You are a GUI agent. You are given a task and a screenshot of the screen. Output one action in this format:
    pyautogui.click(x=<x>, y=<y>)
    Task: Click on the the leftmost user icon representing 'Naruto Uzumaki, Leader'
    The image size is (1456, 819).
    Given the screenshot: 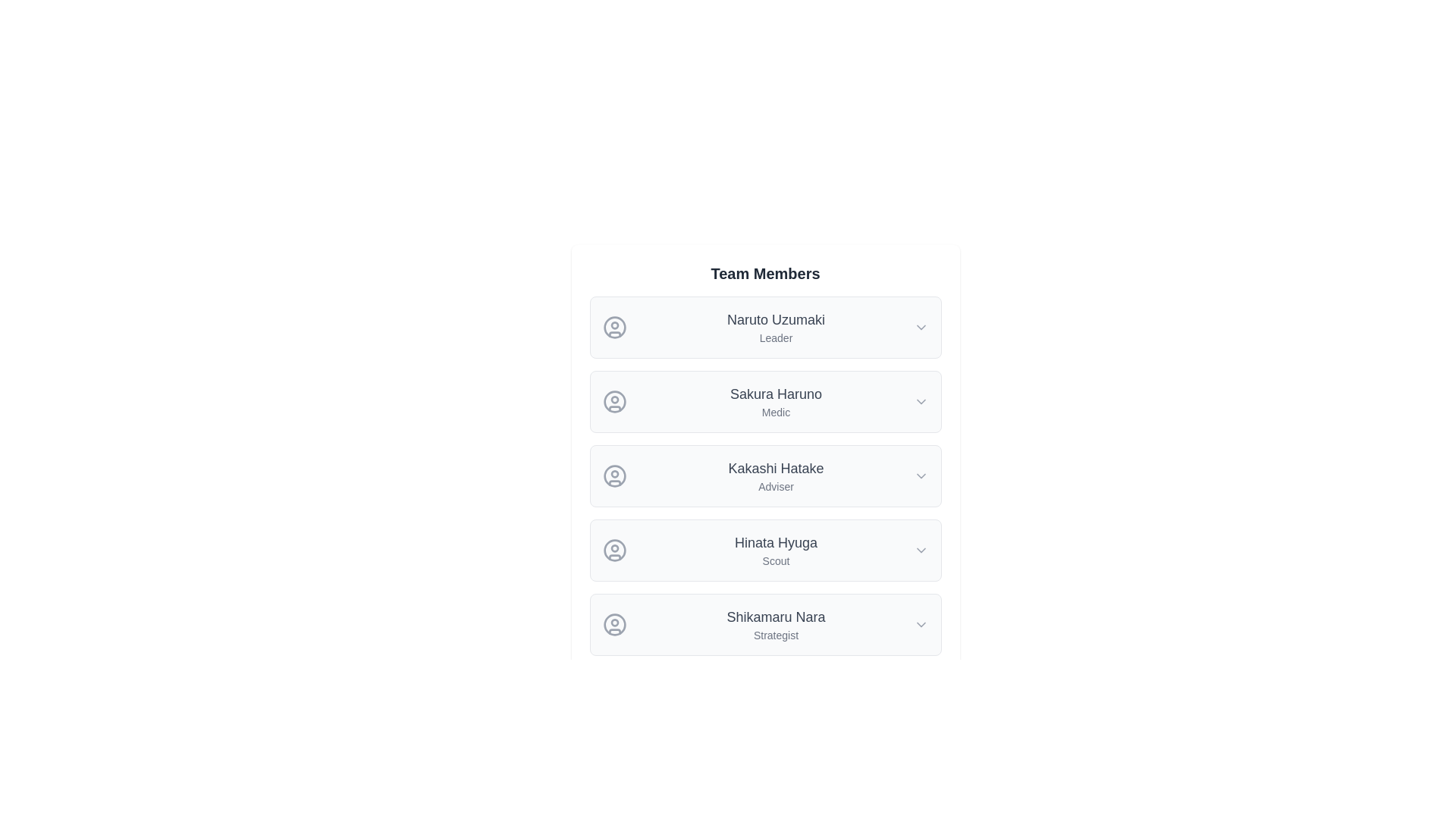 What is the action you would take?
    pyautogui.click(x=614, y=327)
    